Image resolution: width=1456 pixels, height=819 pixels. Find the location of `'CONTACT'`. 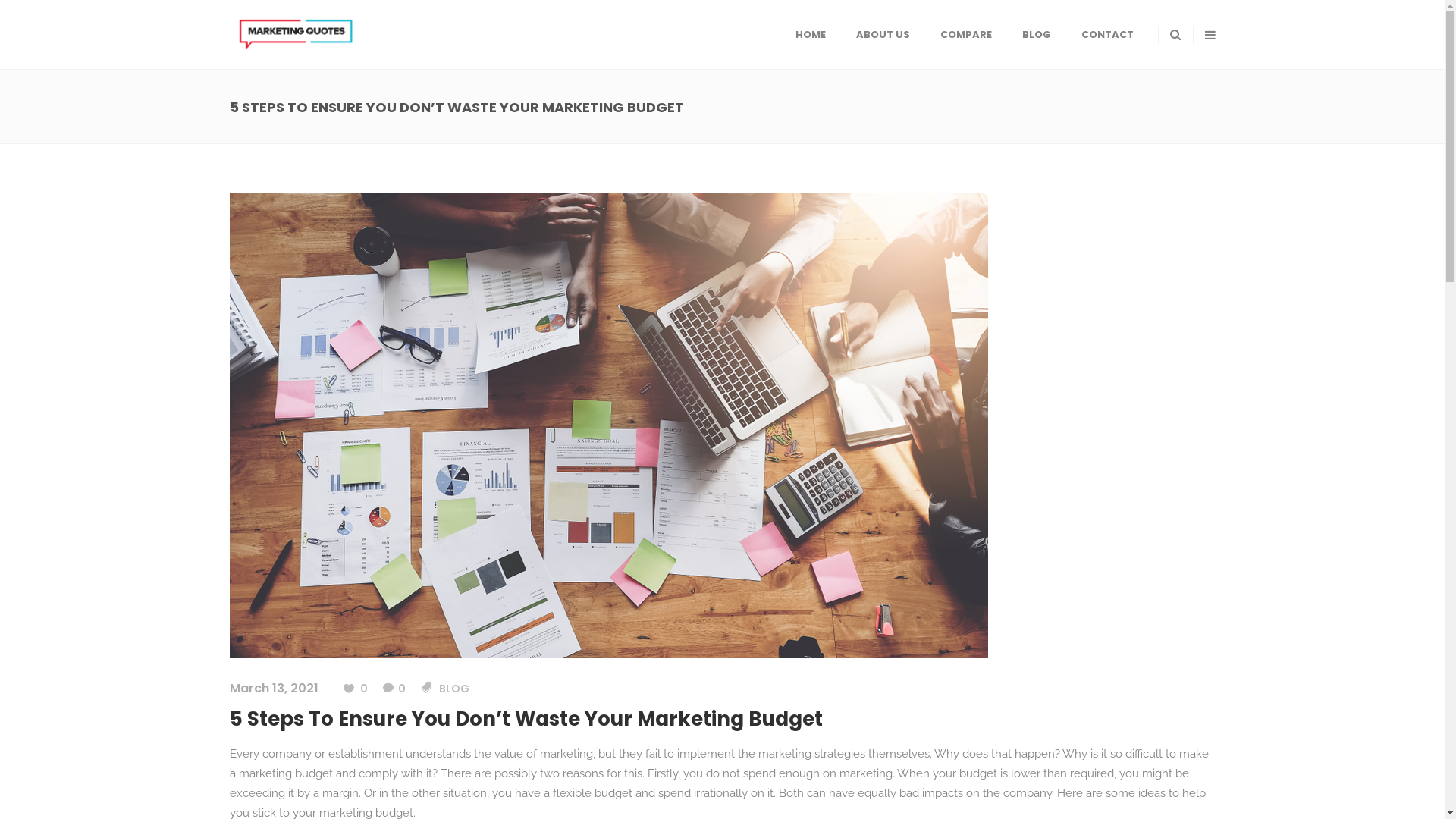

'CONTACT' is located at coordinates (1107, 34).